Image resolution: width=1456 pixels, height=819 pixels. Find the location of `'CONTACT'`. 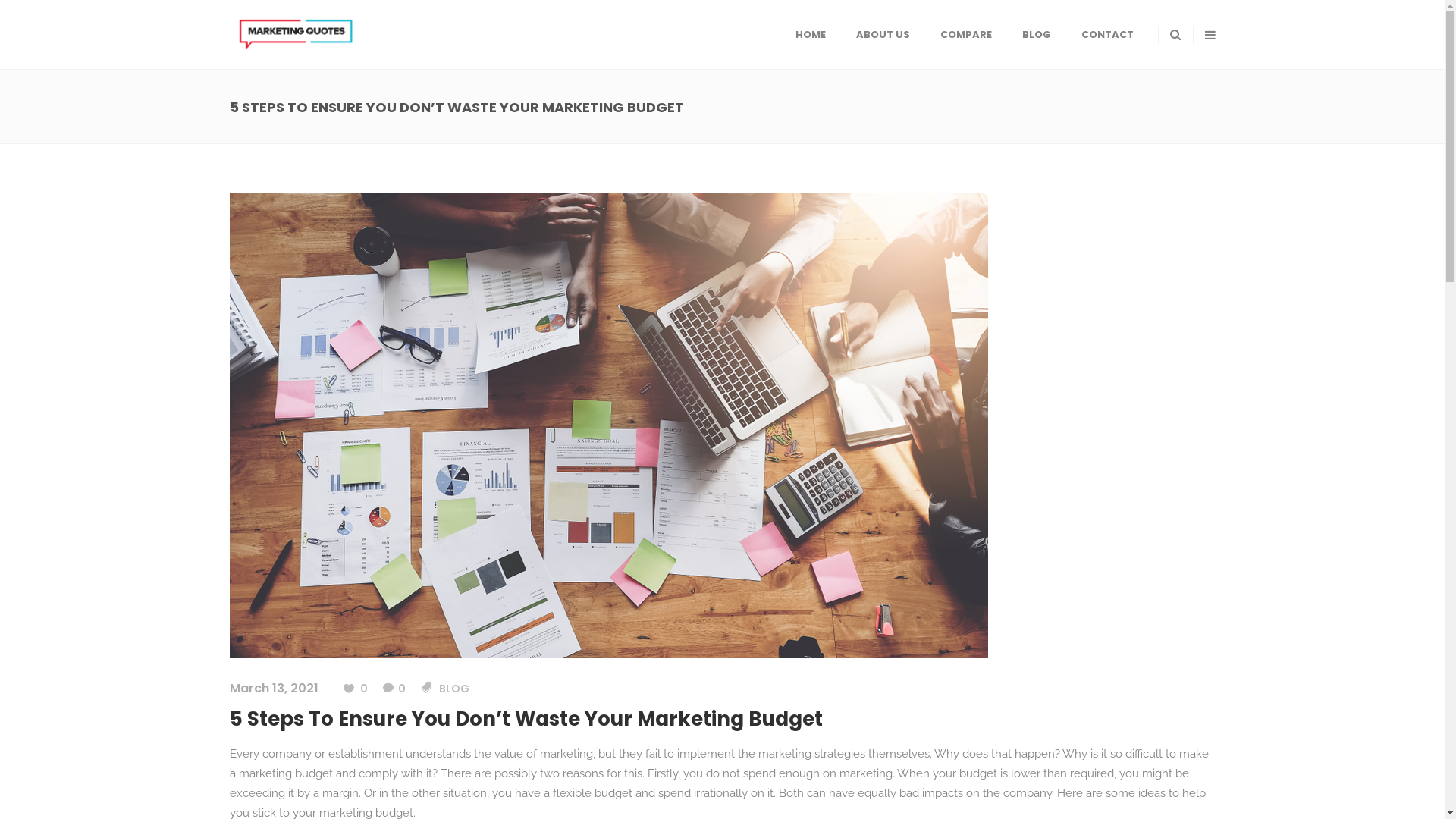

'CONTACT' is located at coordinates (1107, 34).